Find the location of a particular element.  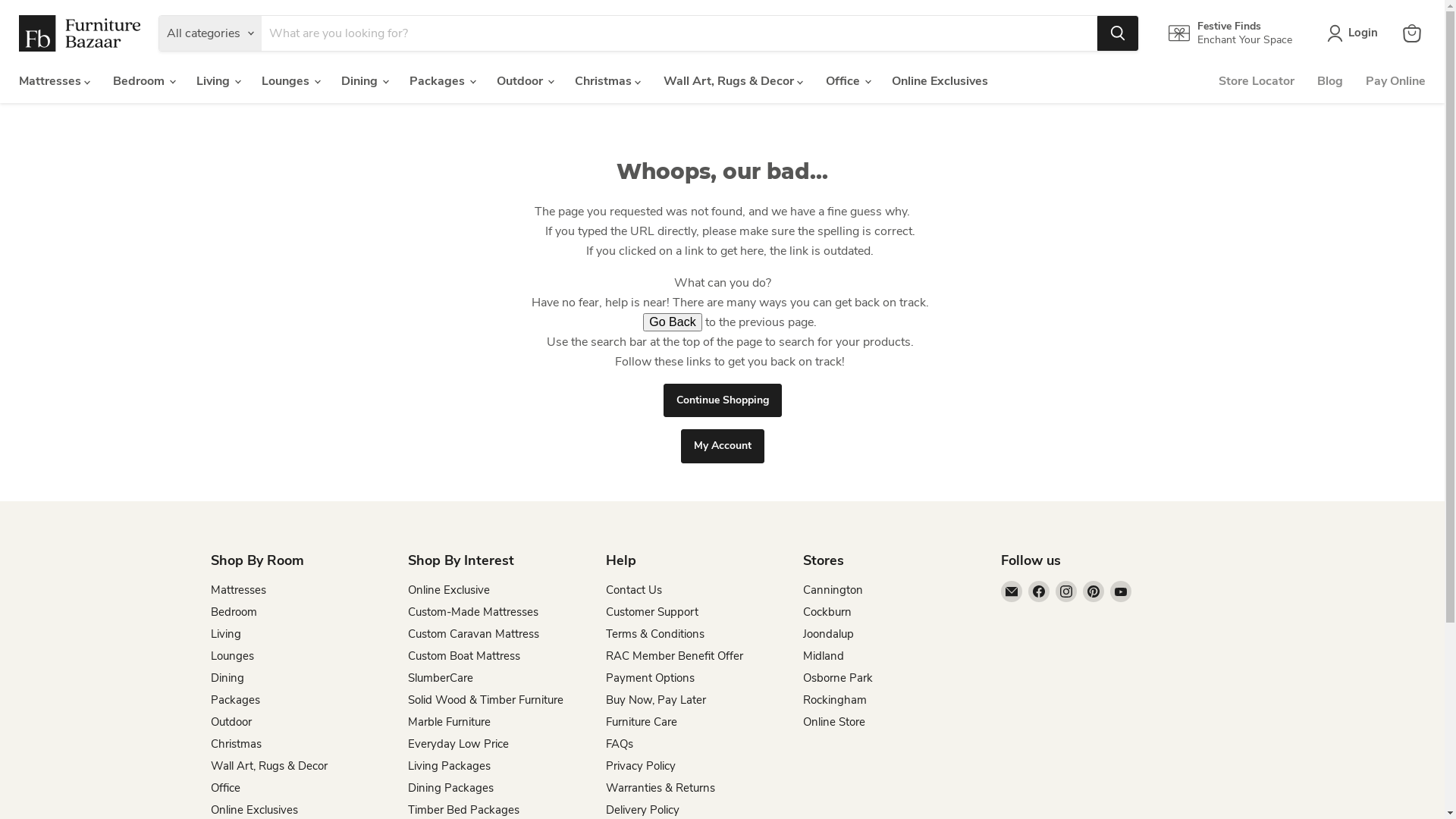

'Find us on Facebook' is located at coordinates (1037, 590).